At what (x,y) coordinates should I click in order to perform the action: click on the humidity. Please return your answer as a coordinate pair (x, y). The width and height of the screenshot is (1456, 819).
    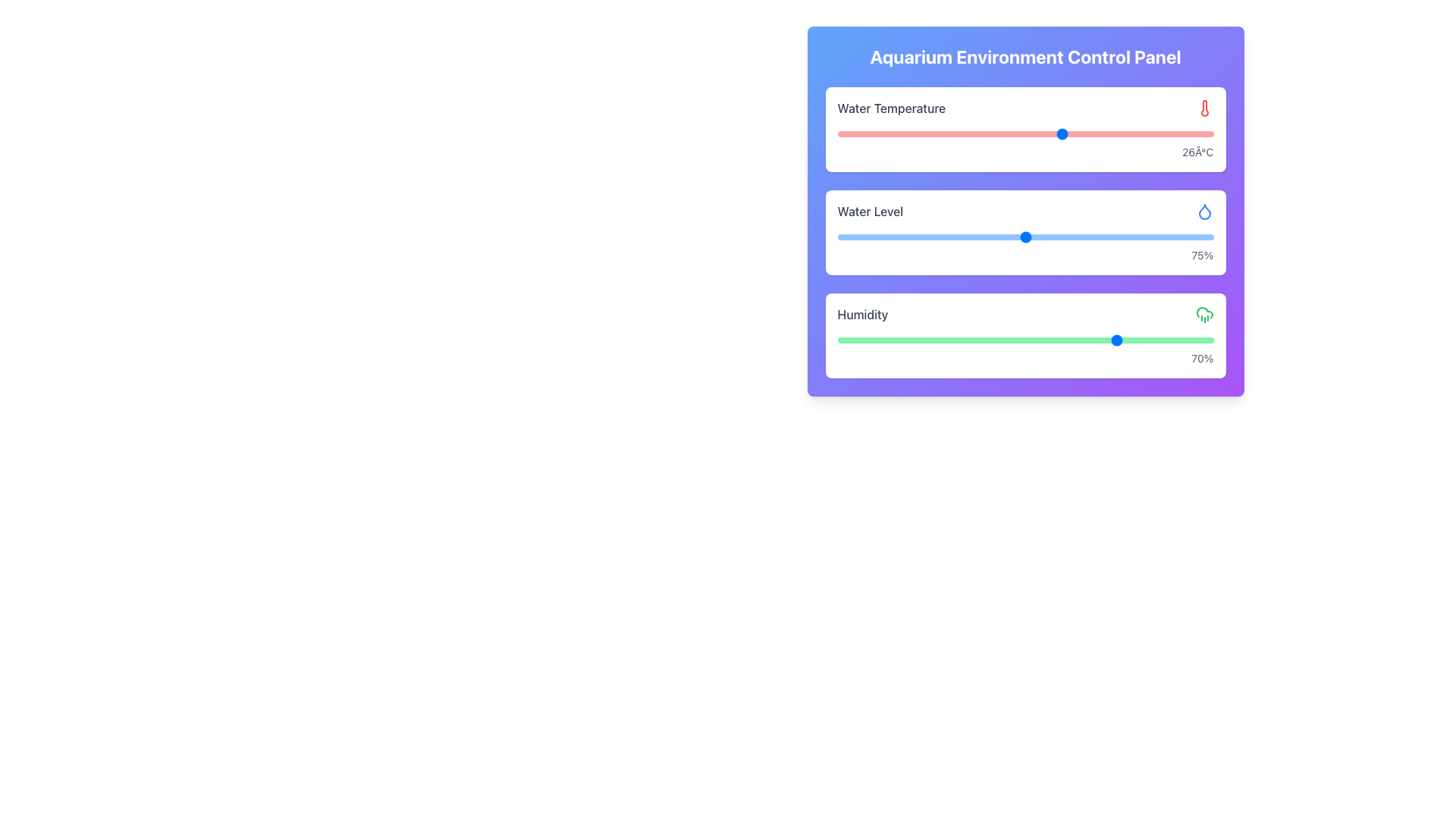
    Looking at the image, I should click on (884, 339).